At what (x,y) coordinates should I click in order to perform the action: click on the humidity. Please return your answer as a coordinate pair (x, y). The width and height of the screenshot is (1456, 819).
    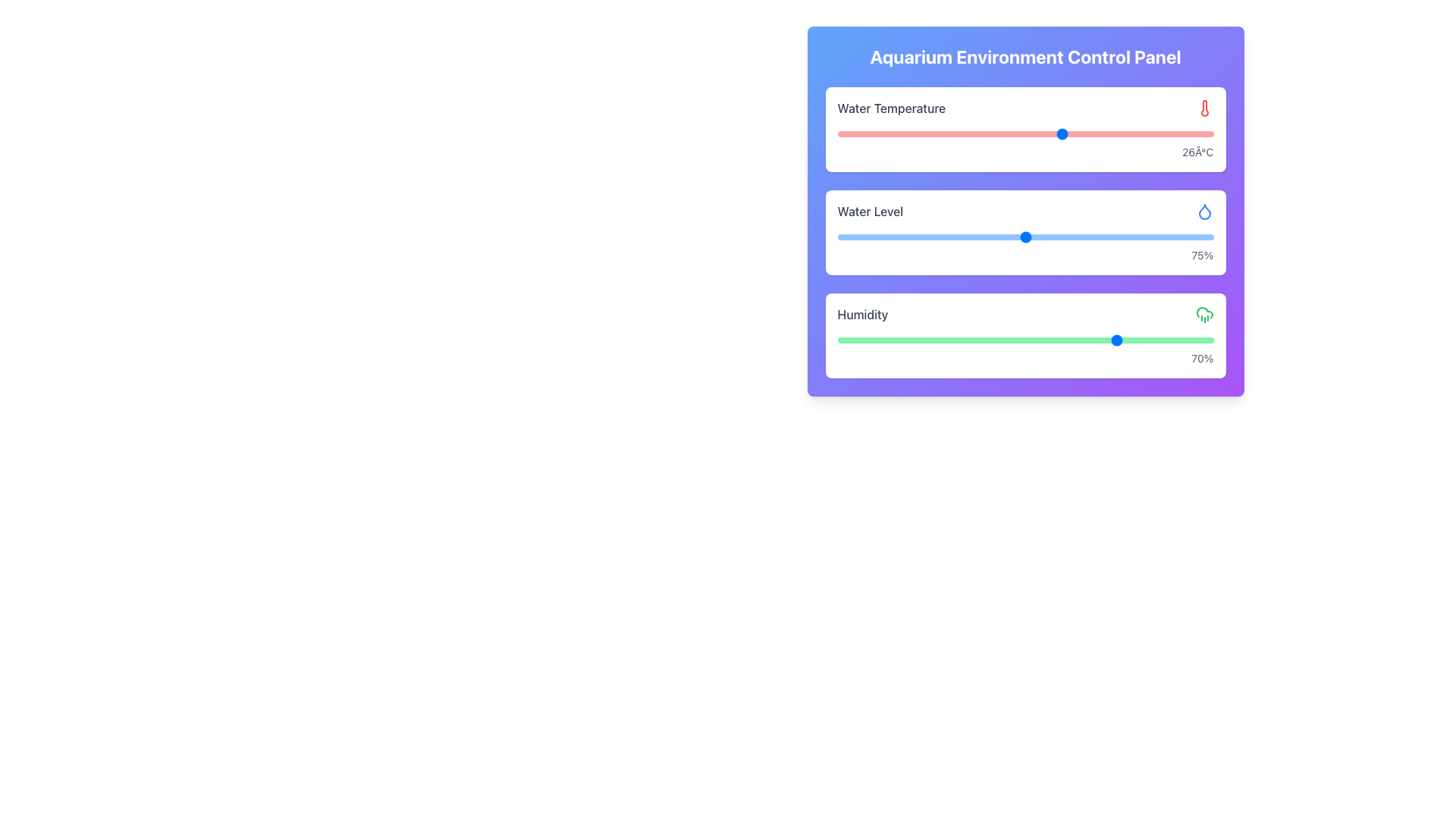
    Looking at the image, I should click on (884, 339).